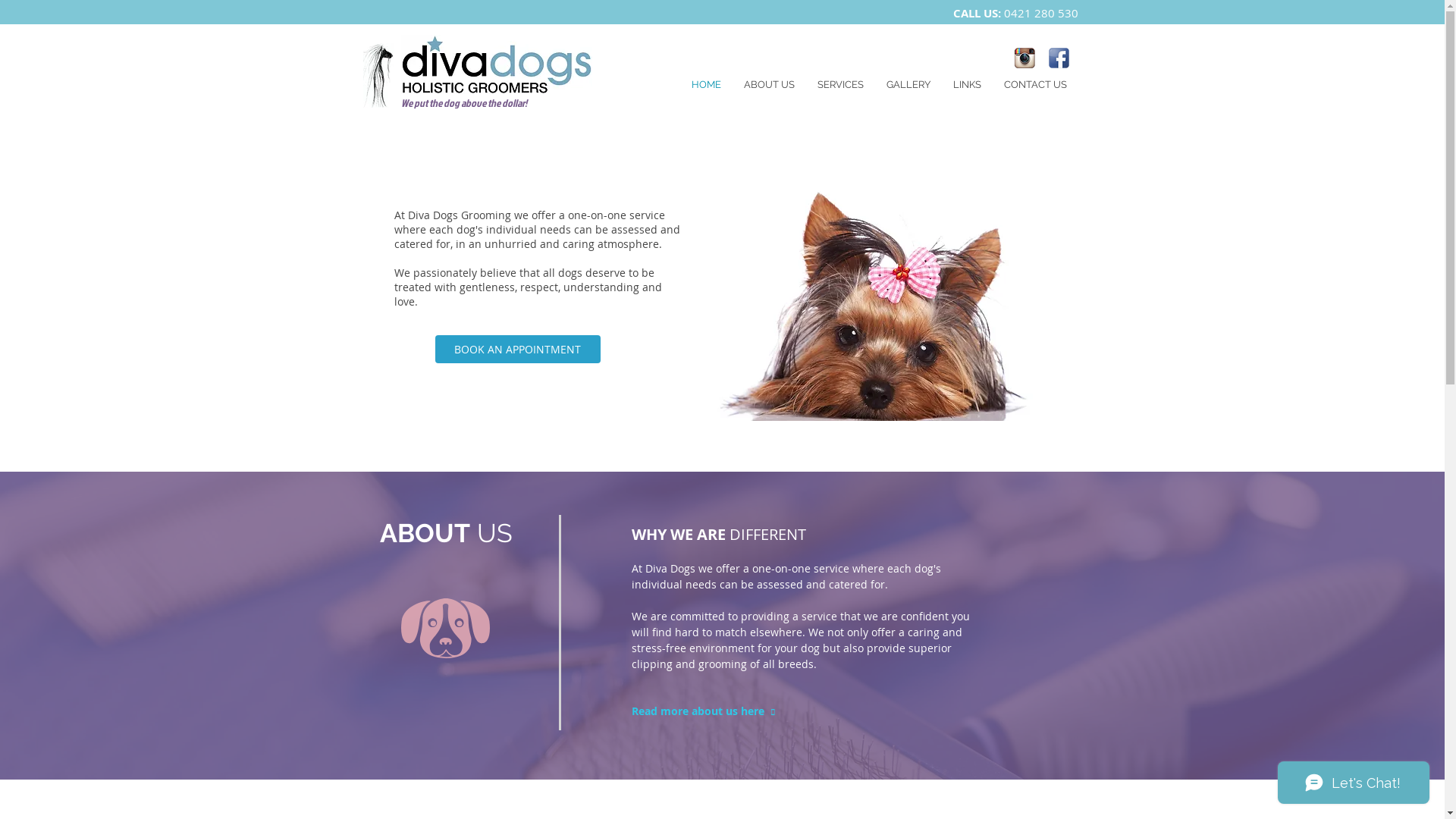 This screenshot has width=1456, height=819. Describe the element at coordinates (704, 84) in the screenshot. I see `'HOME'` at that location.